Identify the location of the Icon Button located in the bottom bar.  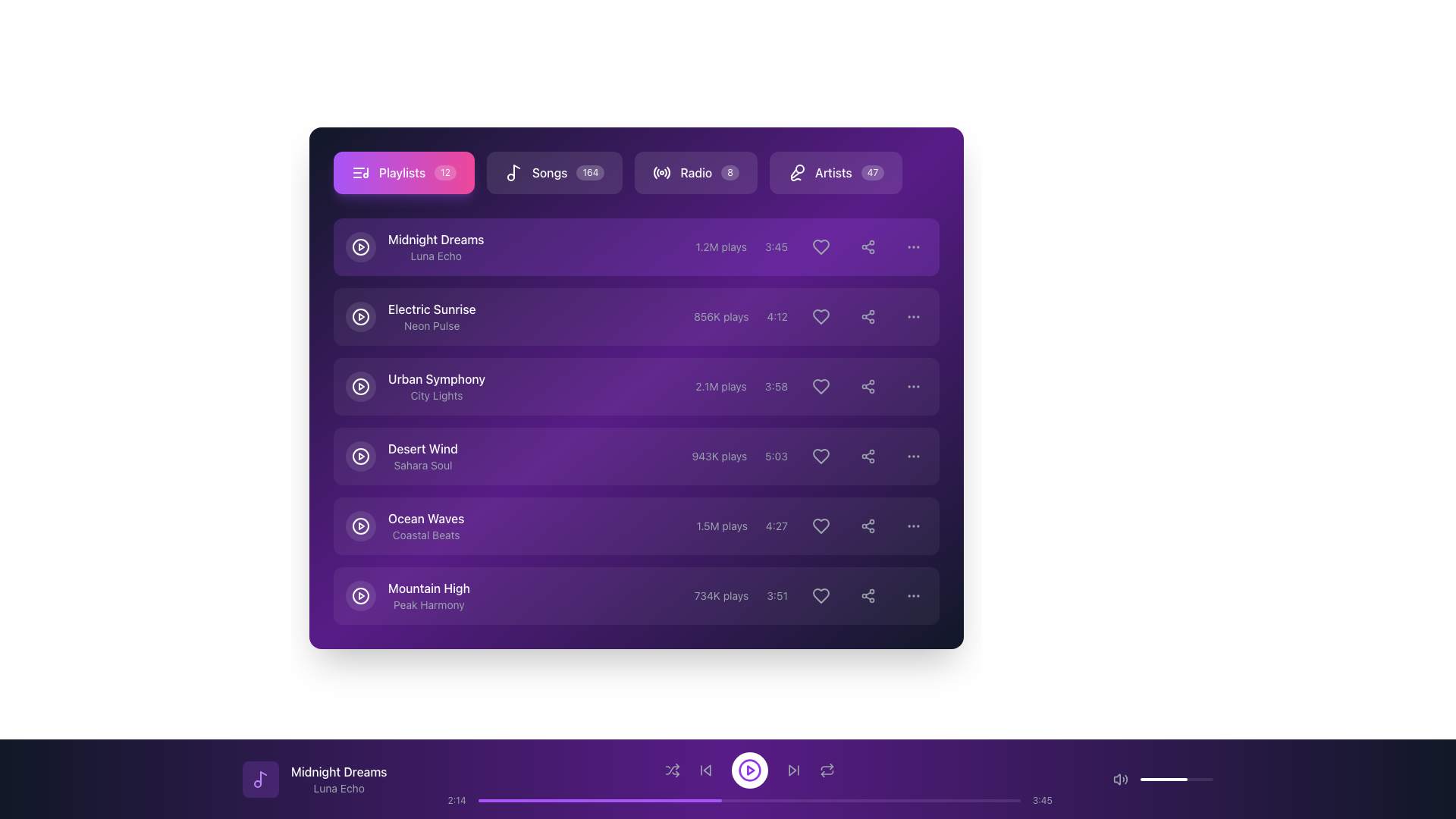
(261, 780).